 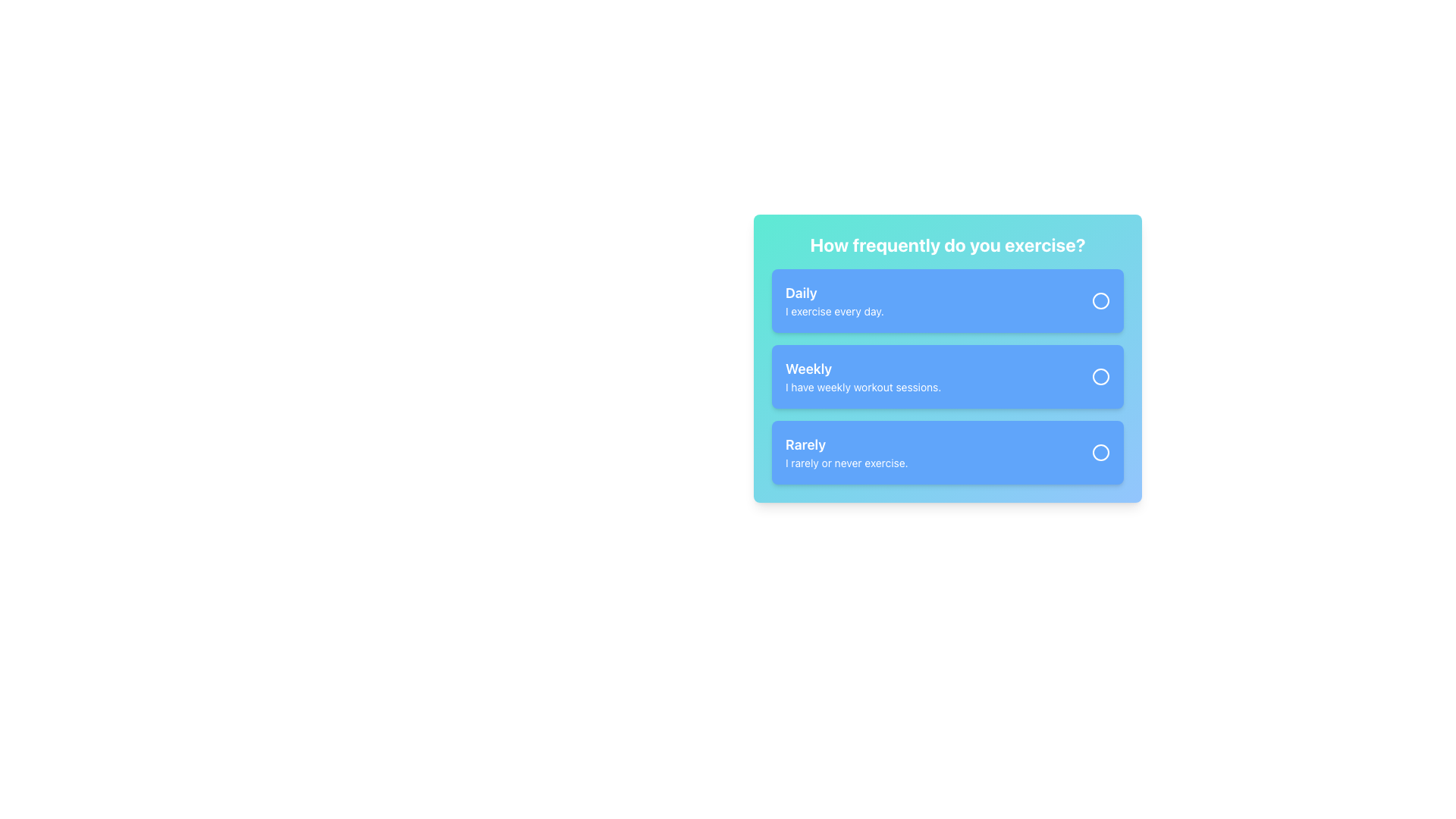 What do you see at coordinates (1100, 452) in the screenshot?
I see `the 'Rarely' radio button indicator using keyboard navigation to focus on the circle` at bounding box center [1100, 452].